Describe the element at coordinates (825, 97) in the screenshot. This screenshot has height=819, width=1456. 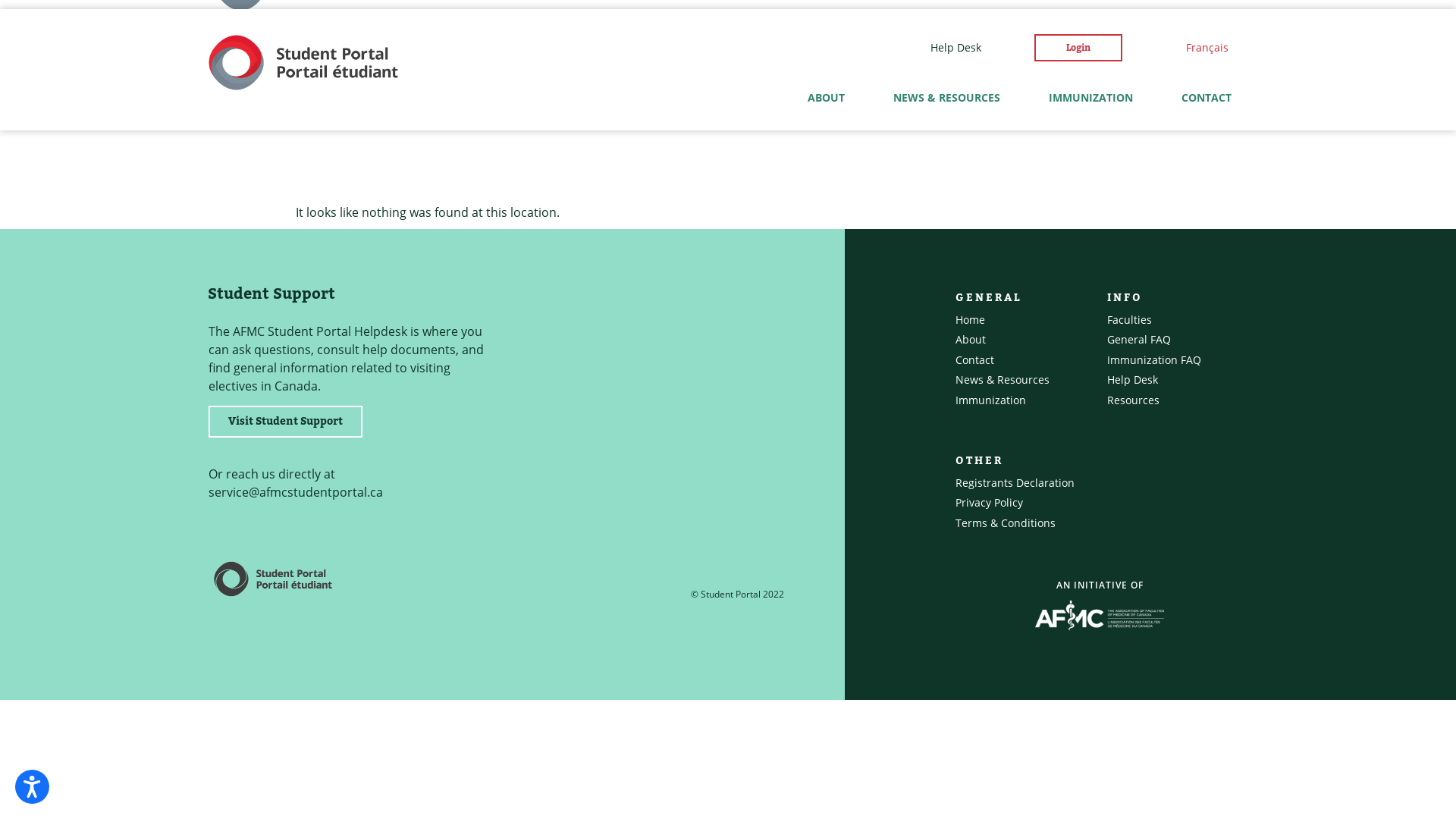
I see `'ABOUT'` at that location.